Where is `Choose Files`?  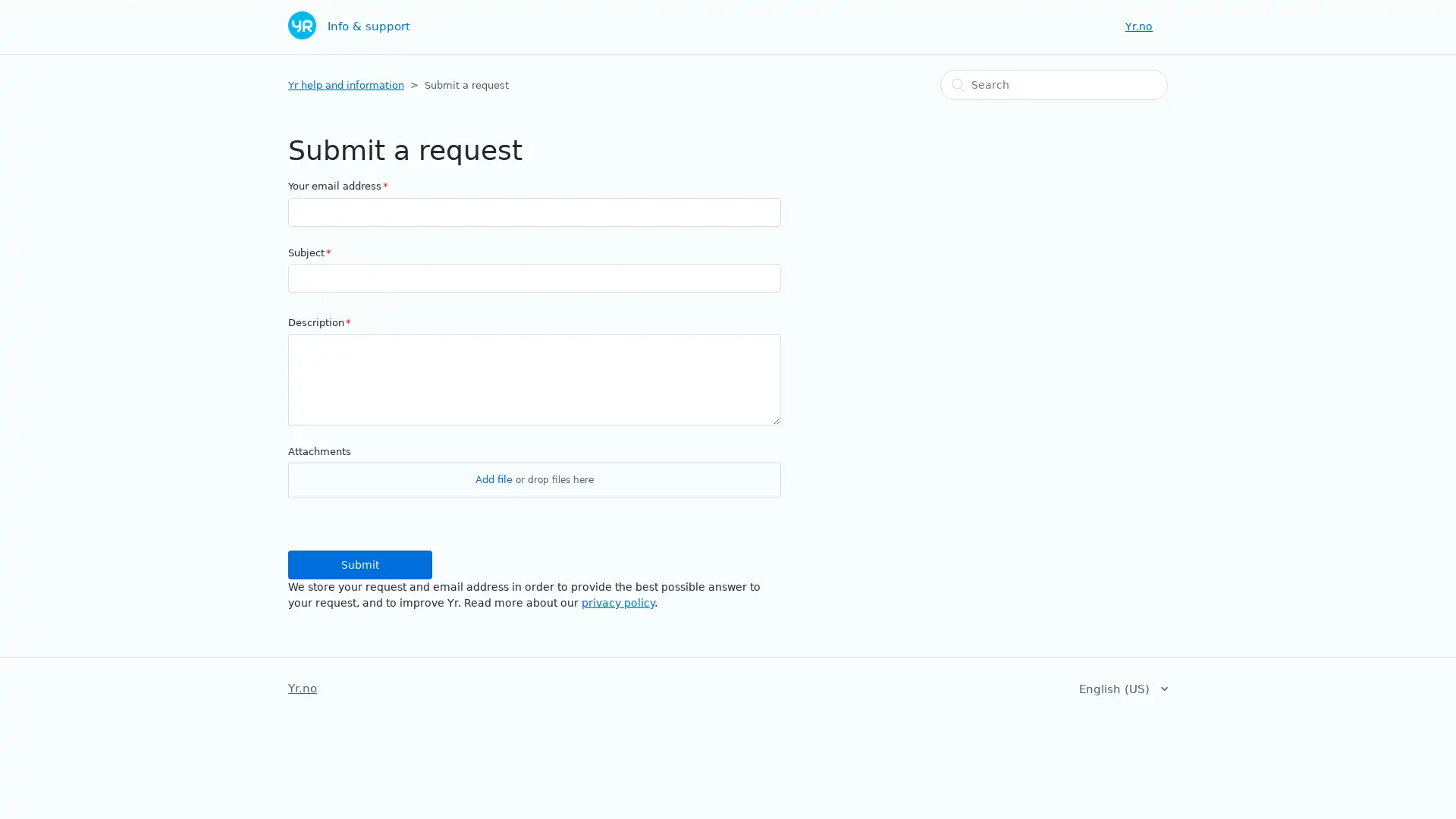
Choose Files is located at coordinates (336, 479).